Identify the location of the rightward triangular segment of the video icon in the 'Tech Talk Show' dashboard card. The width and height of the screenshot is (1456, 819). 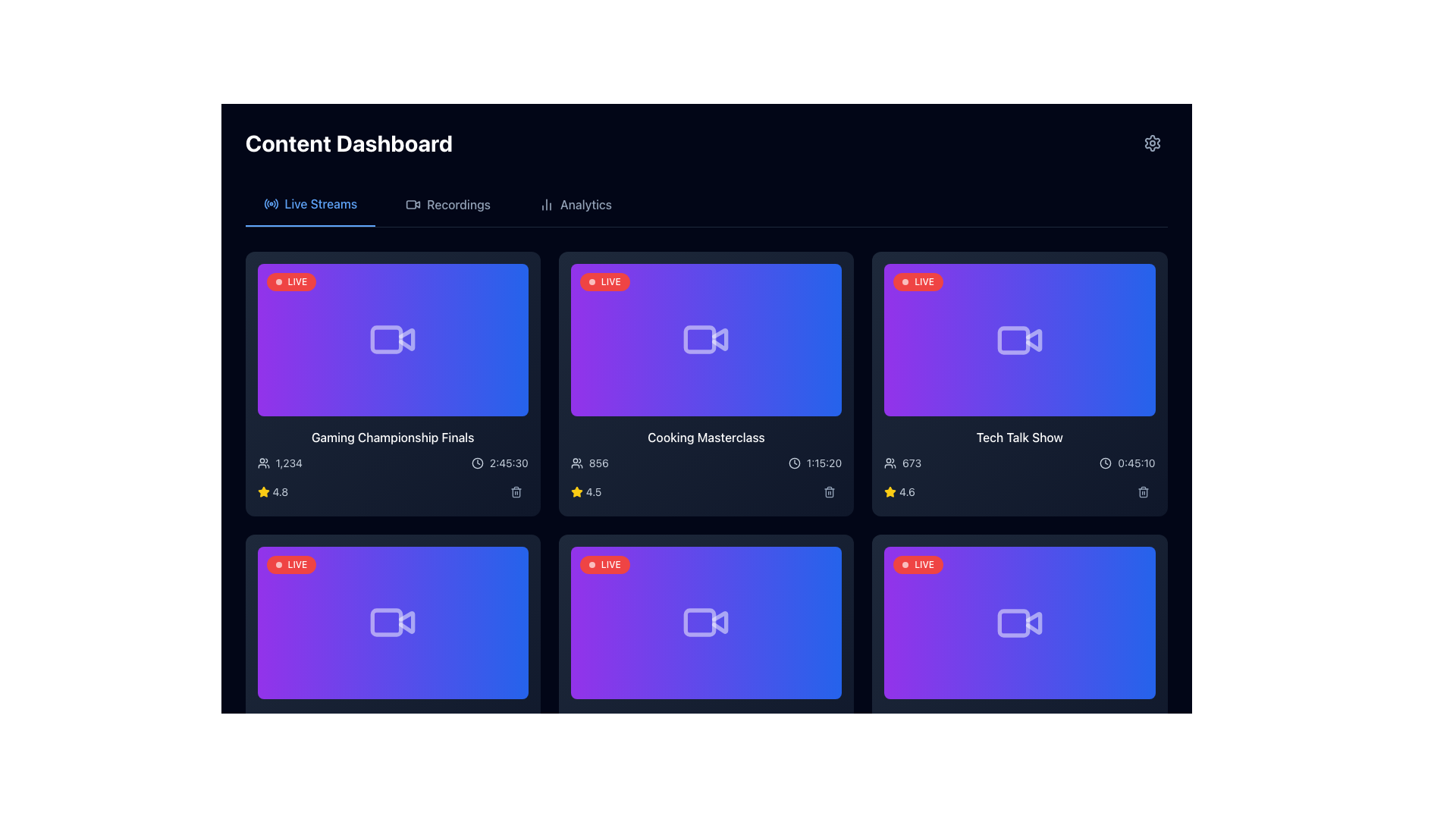
(1033, 339).